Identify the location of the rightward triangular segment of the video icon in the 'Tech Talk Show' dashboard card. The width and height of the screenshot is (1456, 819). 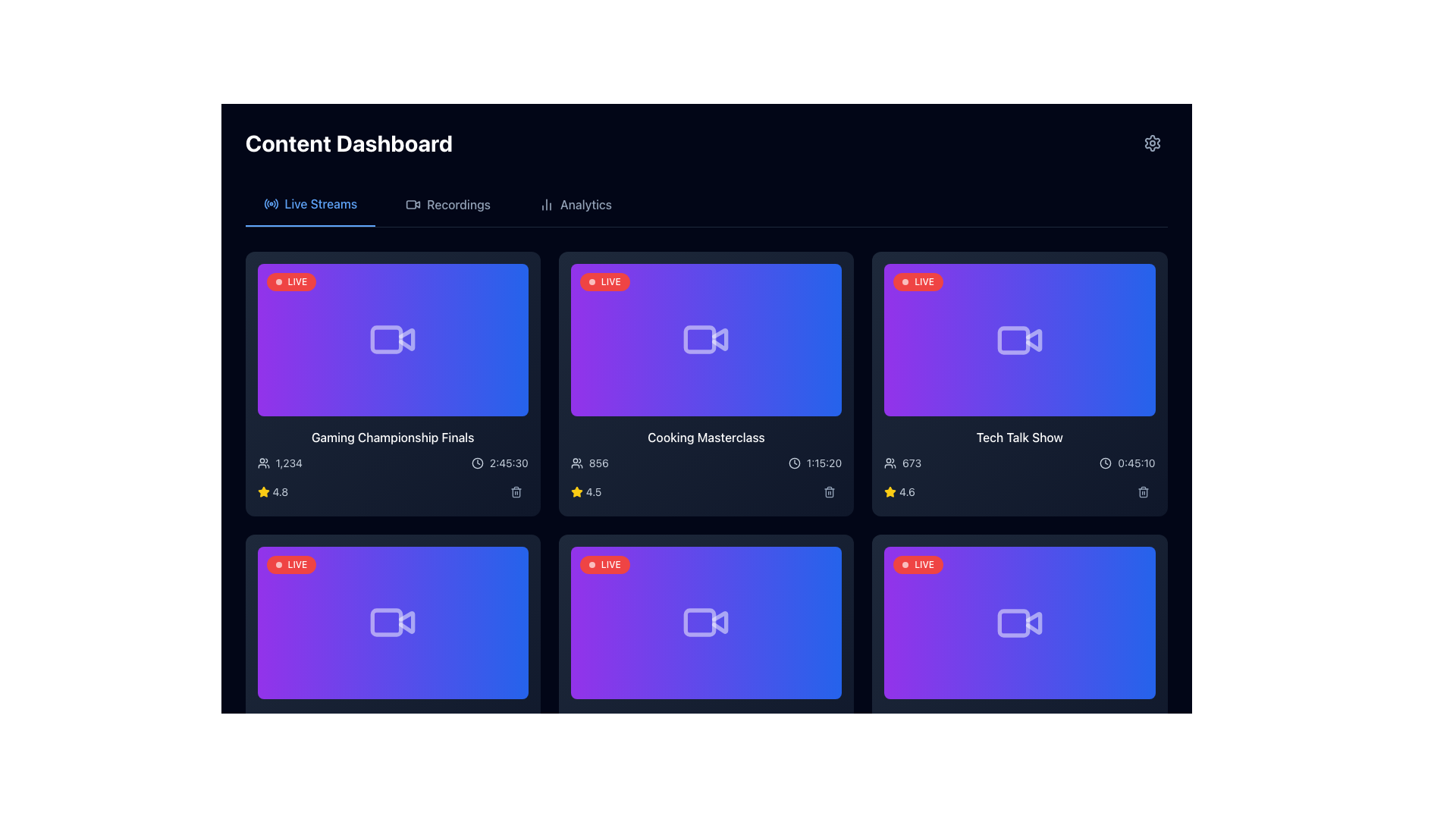
(1033, 339).